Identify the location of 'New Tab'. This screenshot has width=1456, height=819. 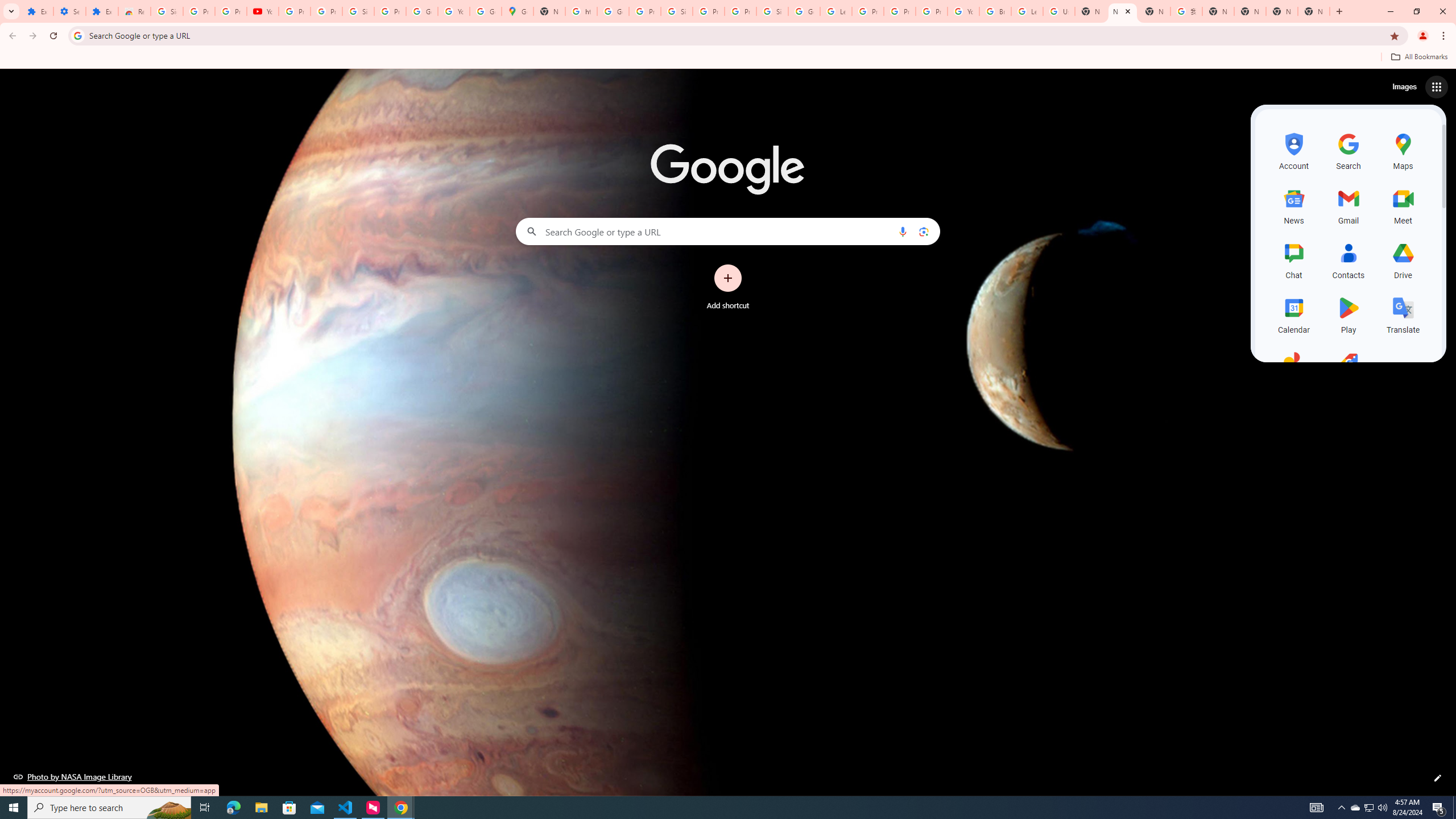
(1314, 11).